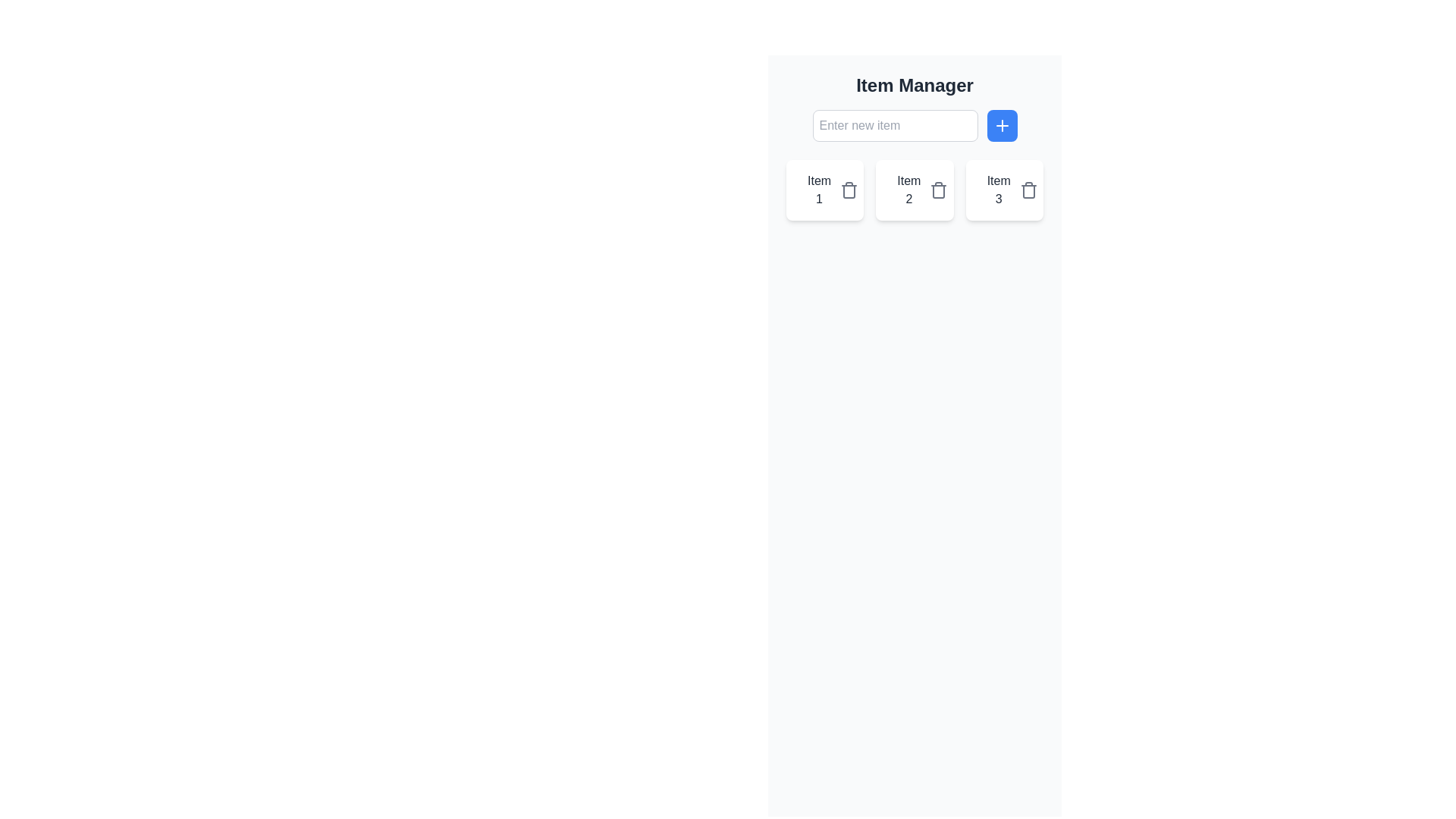  I want to click on the primary text label for the first item in the list, located within the first card, to the right of a small yellow icon and to the left of a small trash can icon, so click(818, 189).